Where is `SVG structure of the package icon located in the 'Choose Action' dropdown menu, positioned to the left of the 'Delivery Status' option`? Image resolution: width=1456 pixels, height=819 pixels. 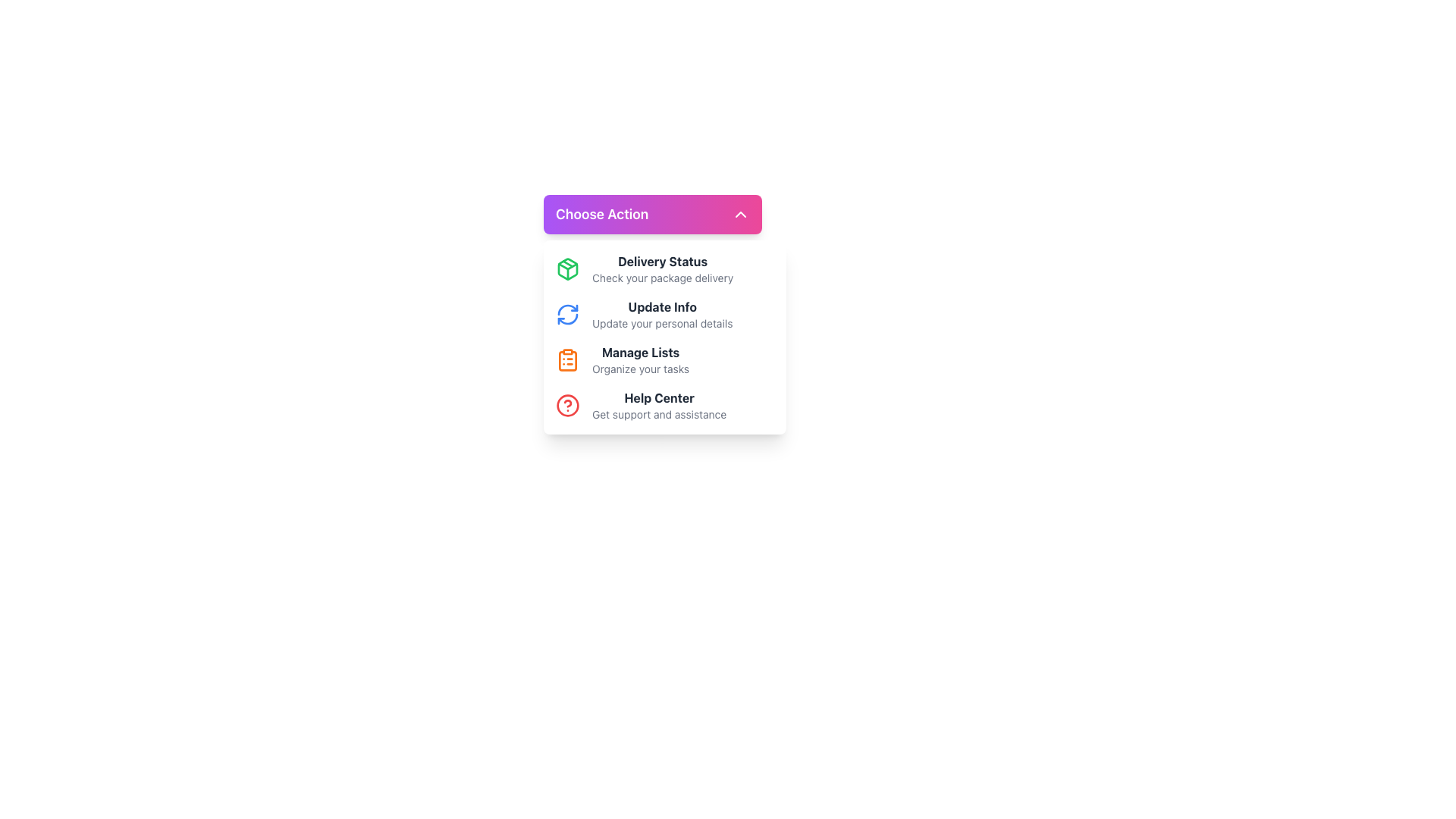
SVG structure of the package icon located in the 'Choose Action' dropdown menu, positioned to the left of the 'Delivery Status' option is located at coordinates (566, 268).